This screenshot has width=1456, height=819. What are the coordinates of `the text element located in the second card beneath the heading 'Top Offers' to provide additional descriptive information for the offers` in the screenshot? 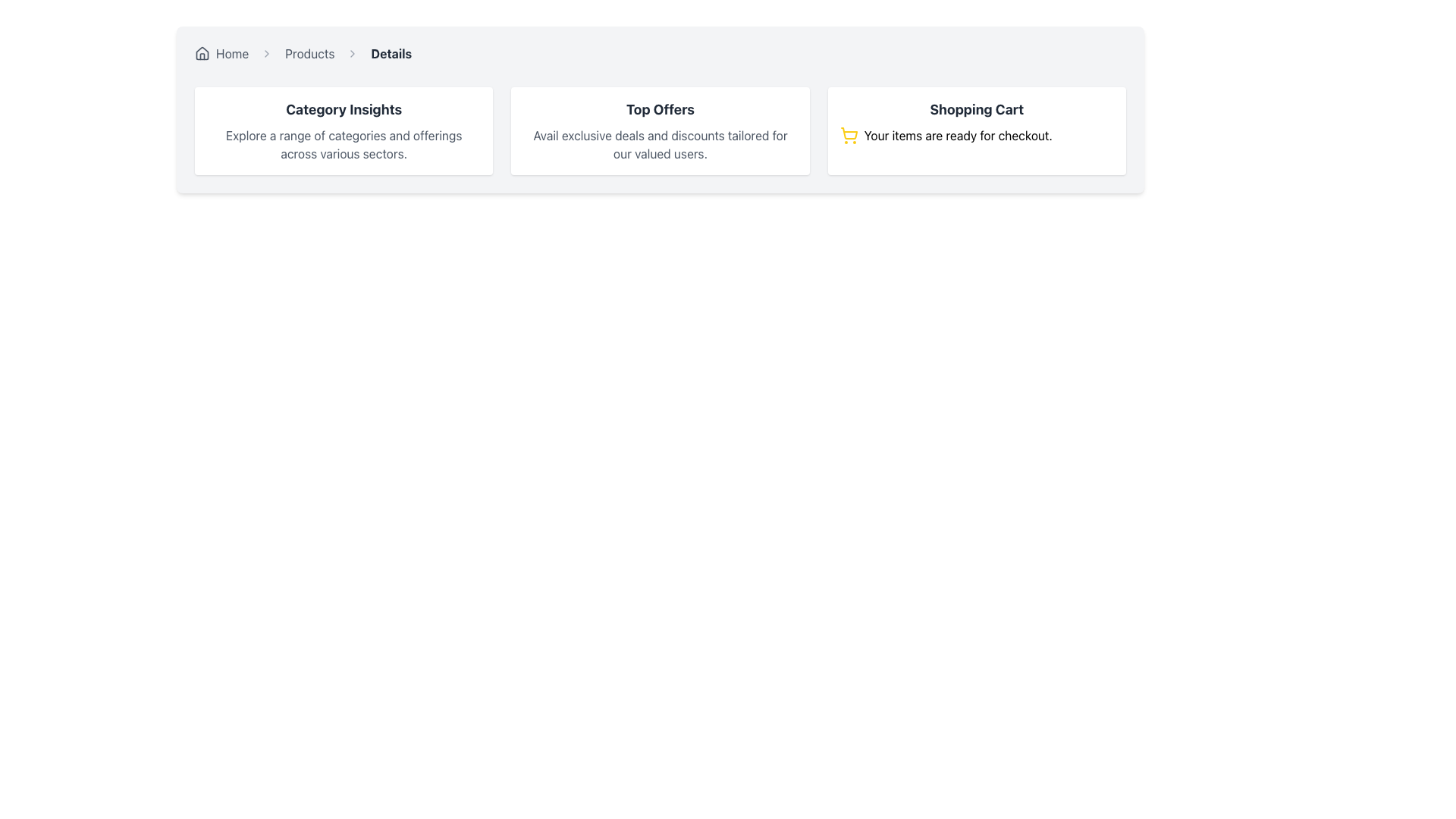 It's located at (660, 145).